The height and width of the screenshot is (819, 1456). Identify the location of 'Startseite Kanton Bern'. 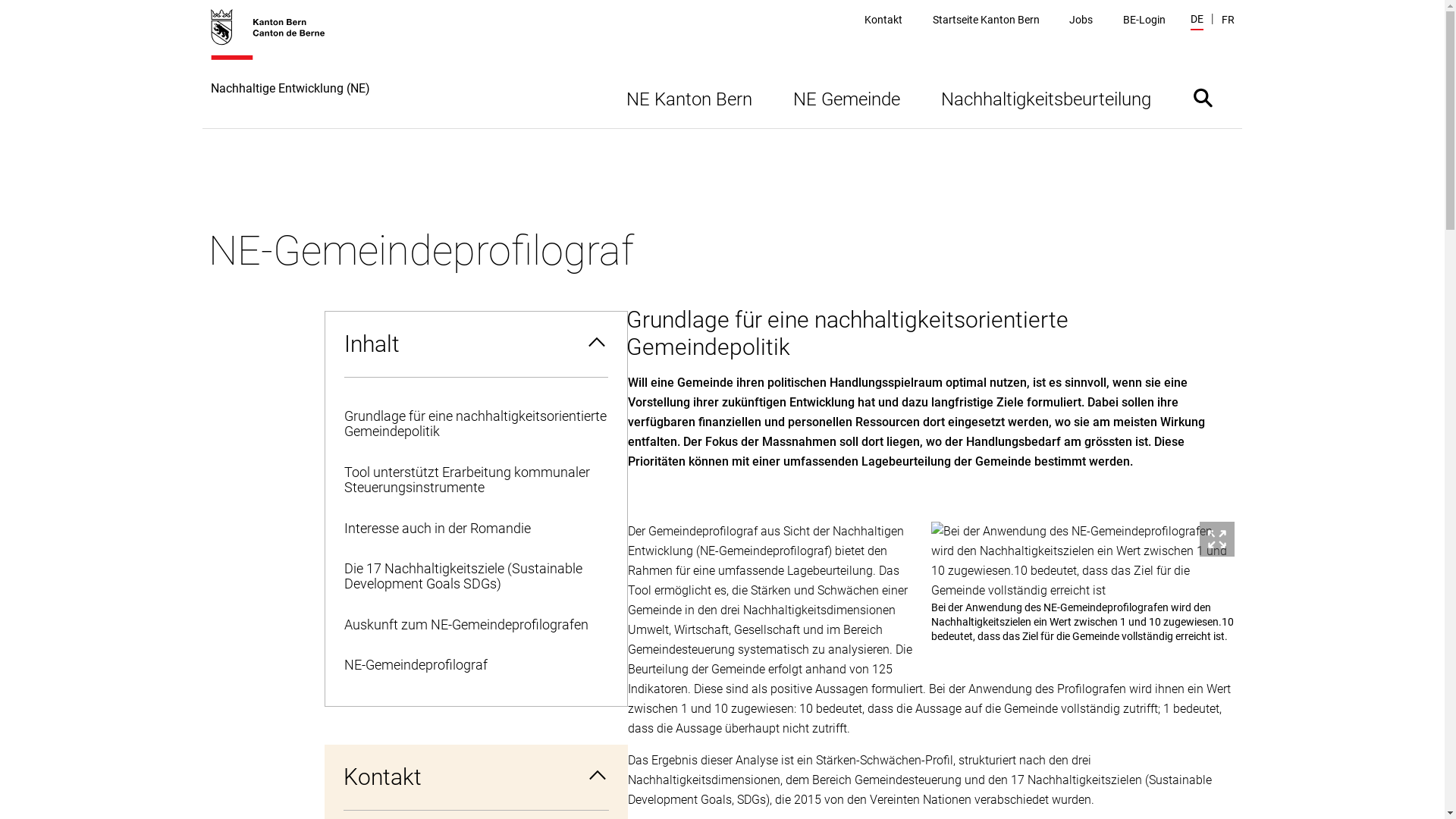
(931, 20).